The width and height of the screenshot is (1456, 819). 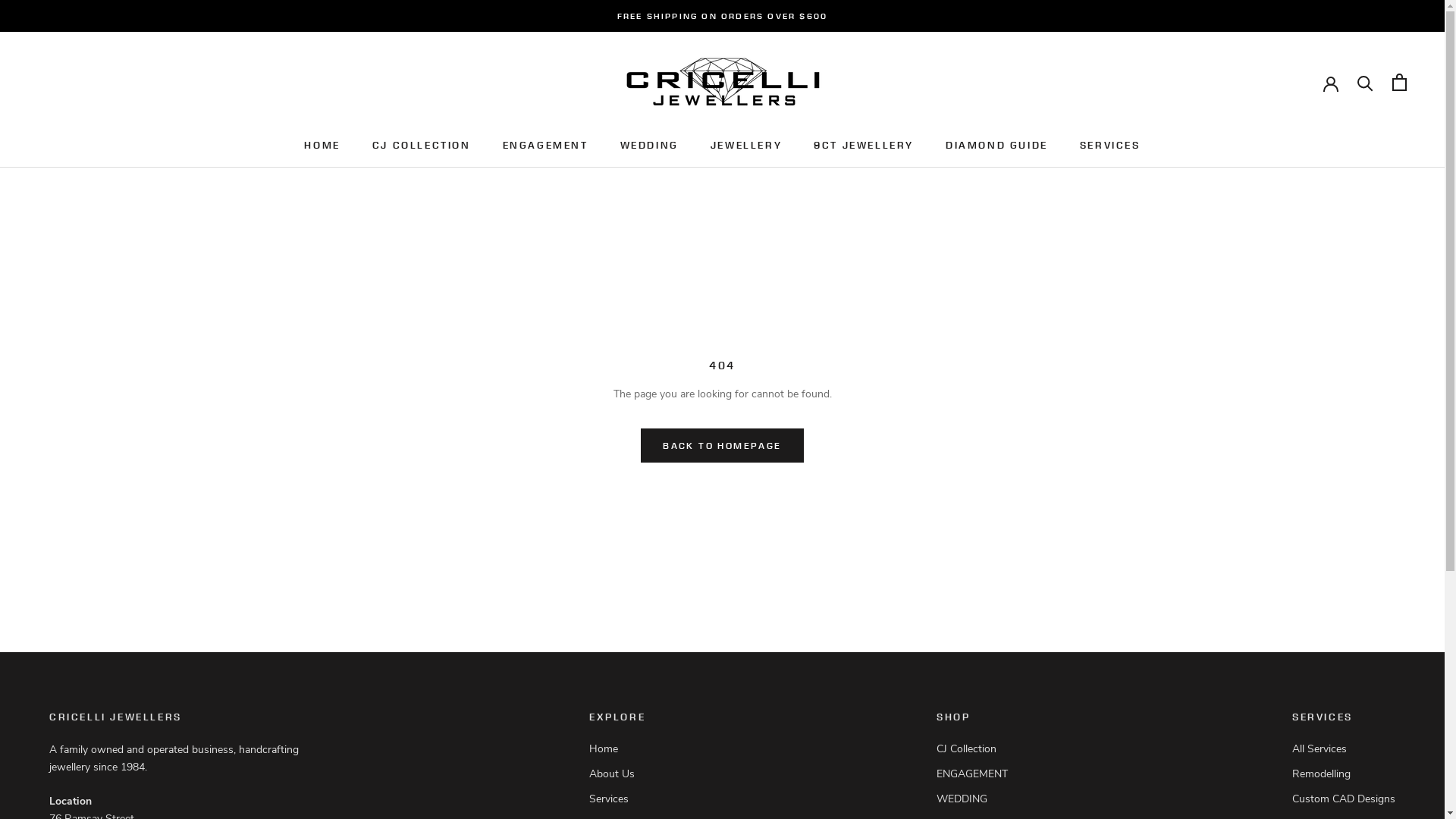 I want to click on 'BACK TO HOMEPAGE', so click(x=720, y=444).